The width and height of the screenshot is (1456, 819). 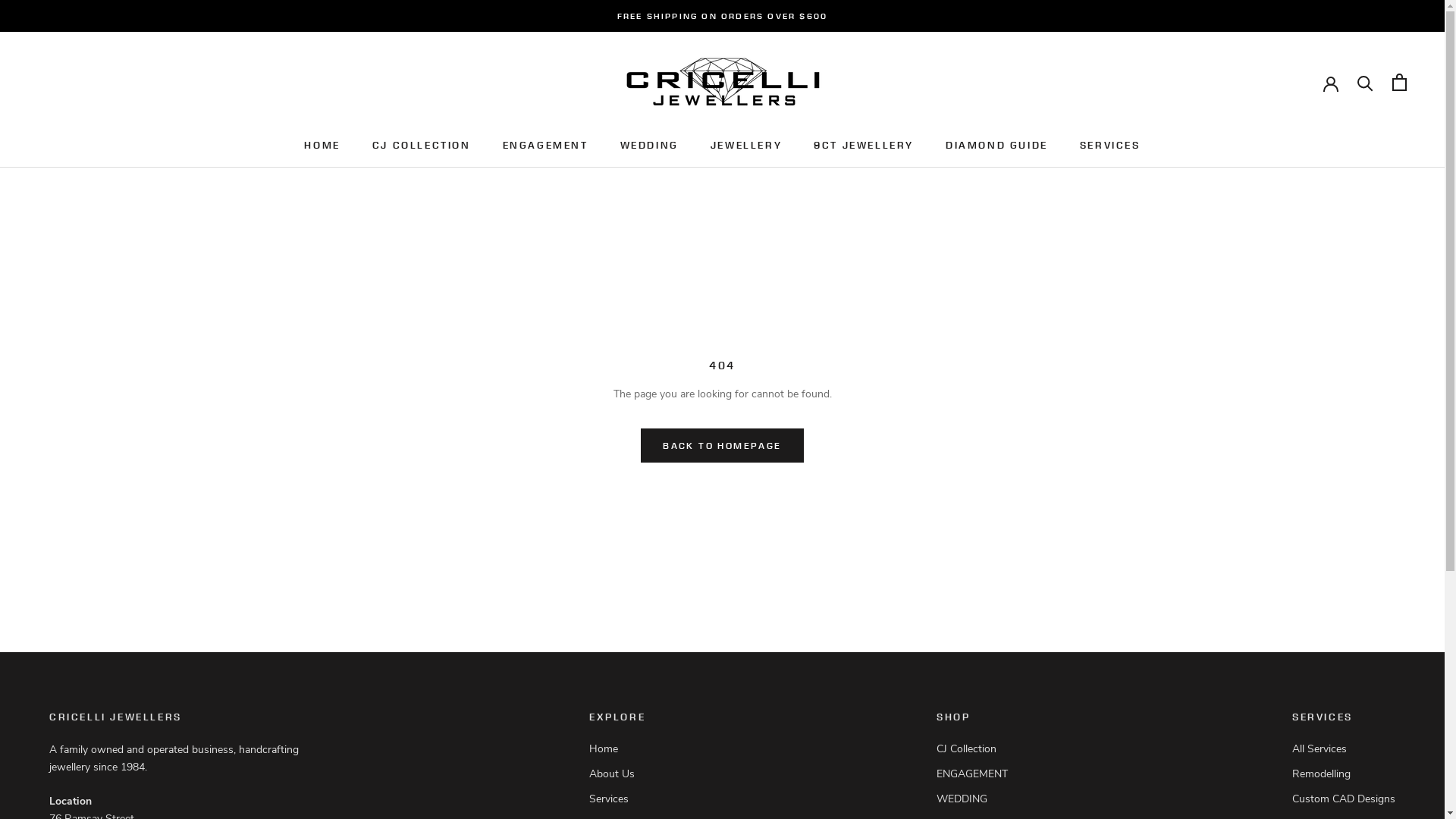 I want to click on 'BACK TO HOMEPAGE', so click(x=720, y=444).